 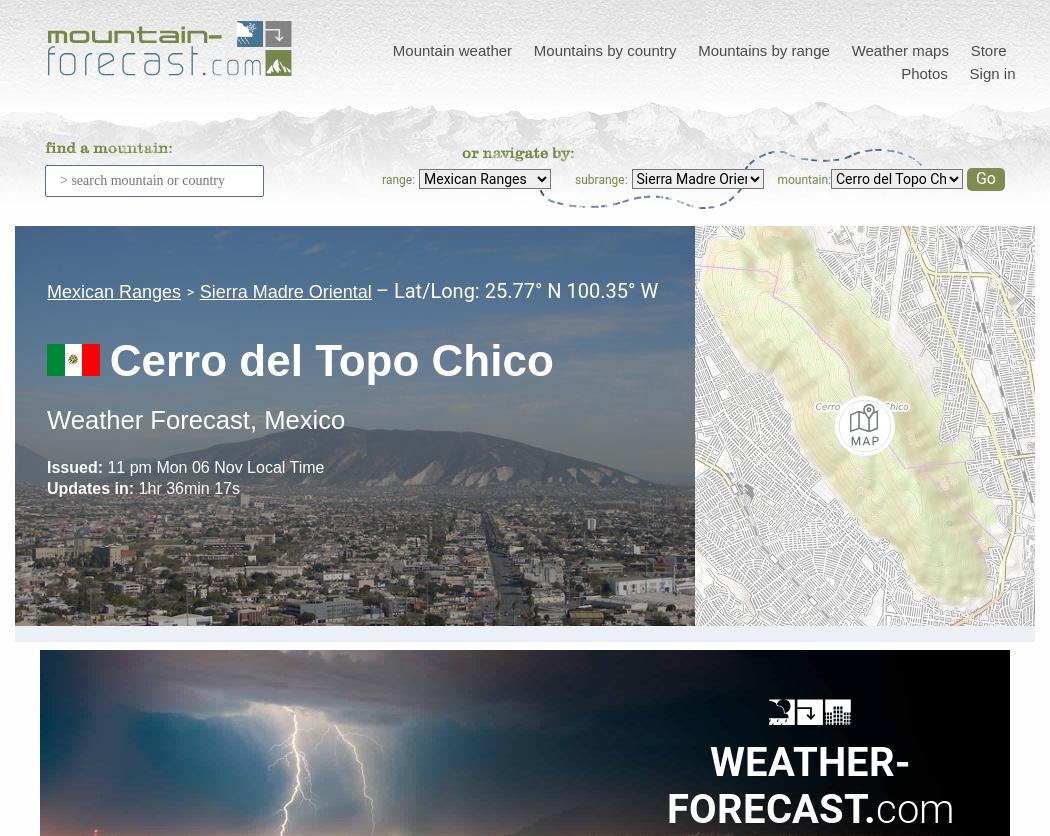 I want to click on 'Weather Forecast, Mexico', so click(x=195, y=420).